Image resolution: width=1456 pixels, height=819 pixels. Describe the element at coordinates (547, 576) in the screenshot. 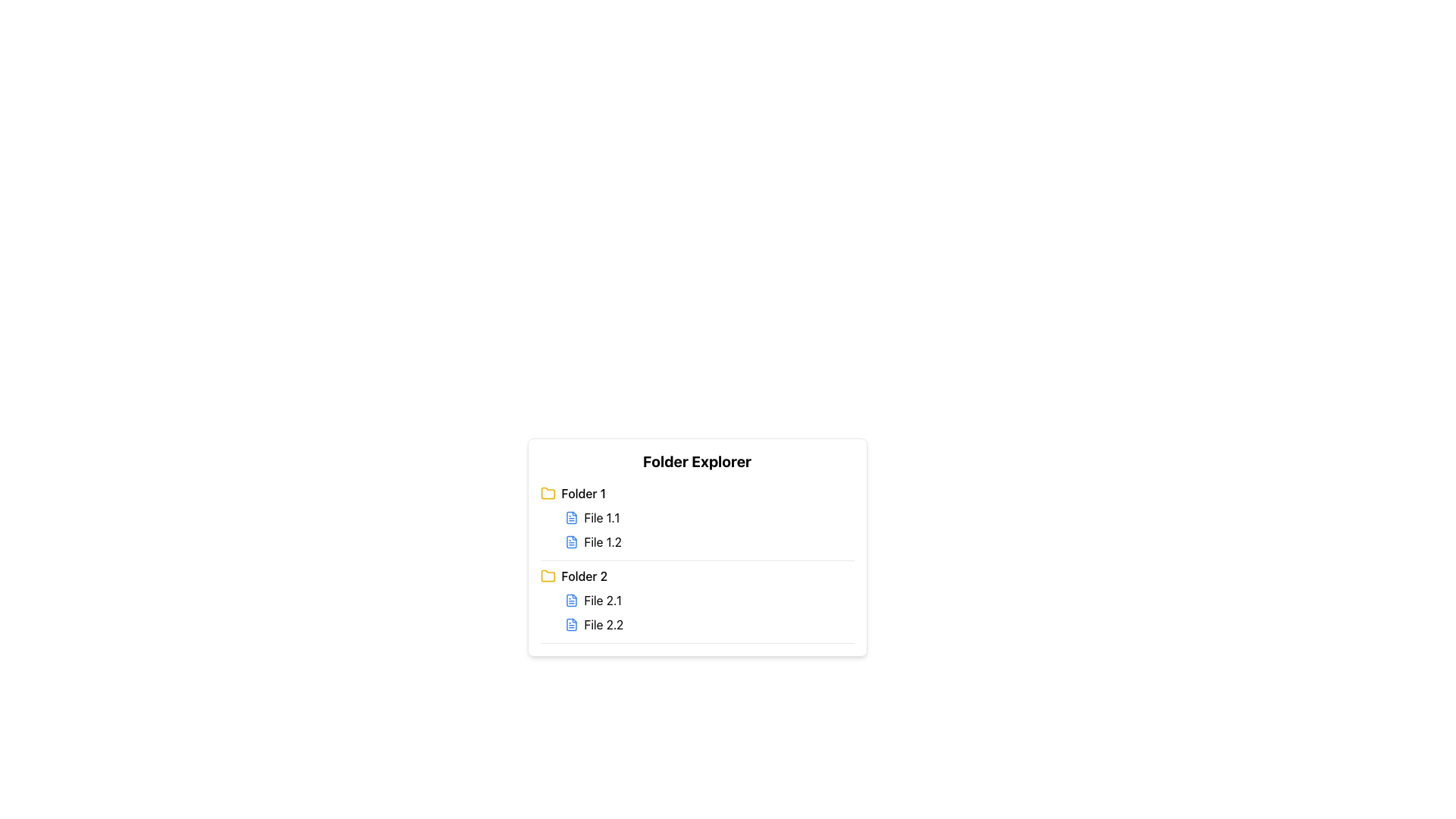

I see `the 'Folder 2' icon in the 'Folder Explorer' interface, which is located beneath 'Folder 1' and before 'File 2.1'` at that location.